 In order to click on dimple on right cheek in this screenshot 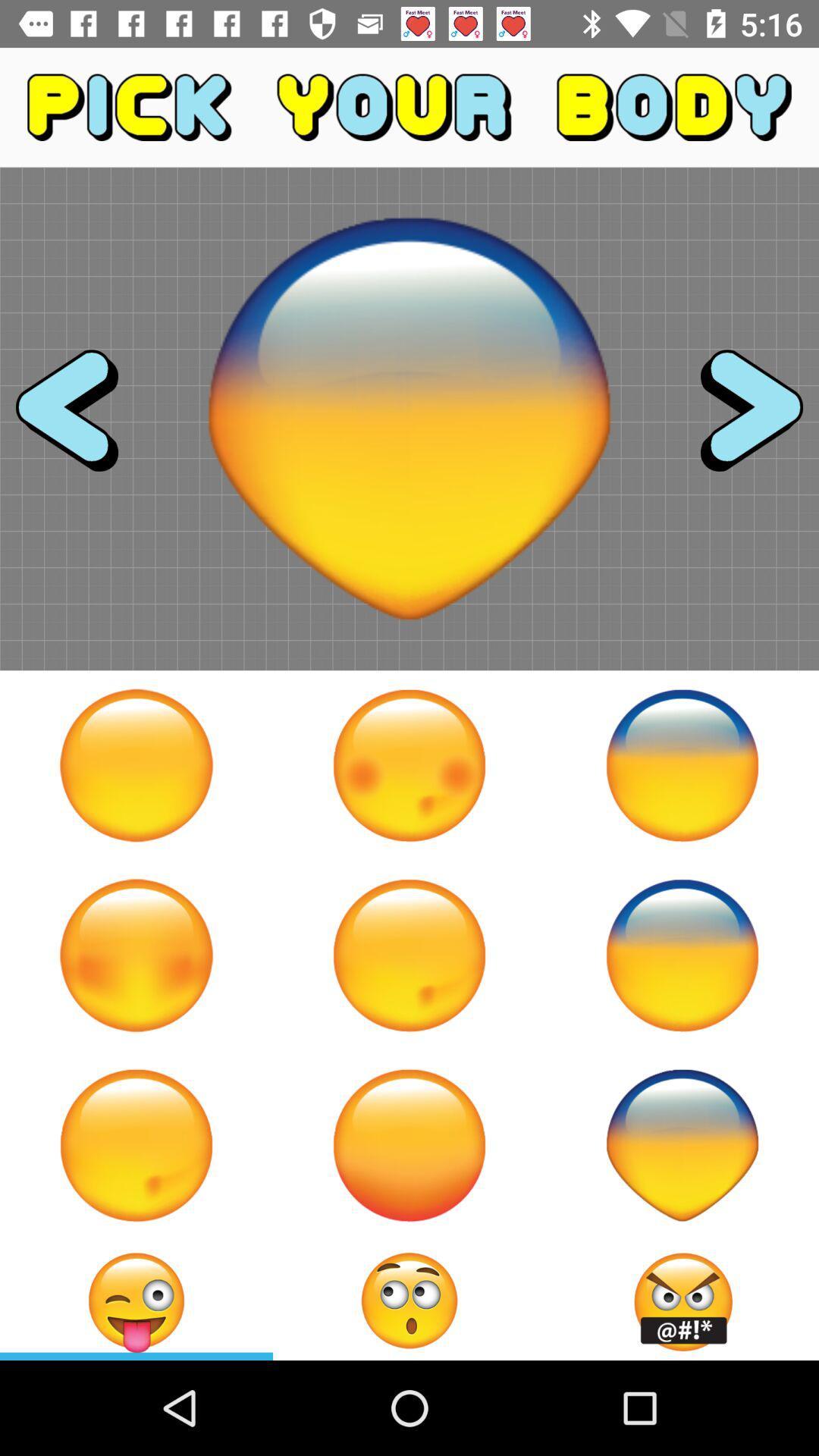, I will do `click(136, 1145)`.